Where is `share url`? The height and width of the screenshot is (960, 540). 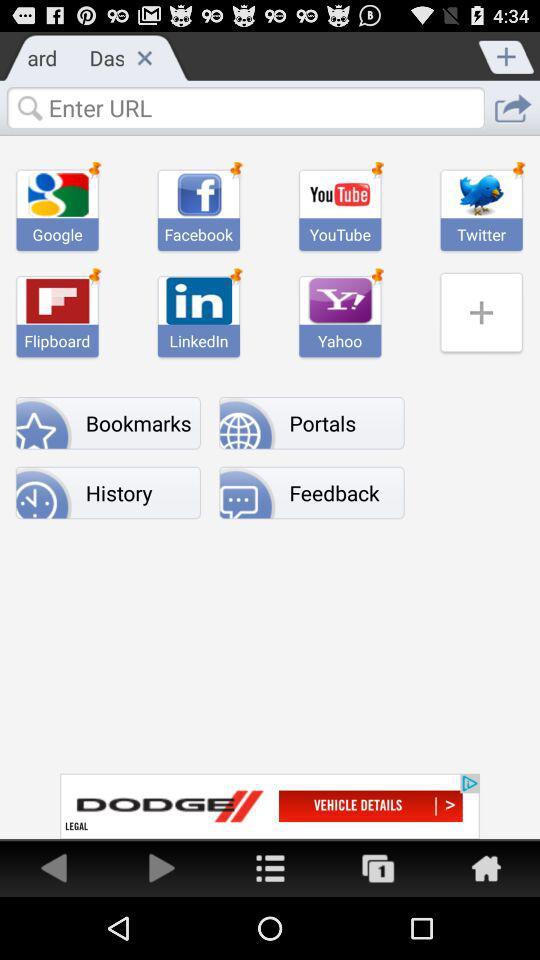 share url is located at coordinates (512, 107).